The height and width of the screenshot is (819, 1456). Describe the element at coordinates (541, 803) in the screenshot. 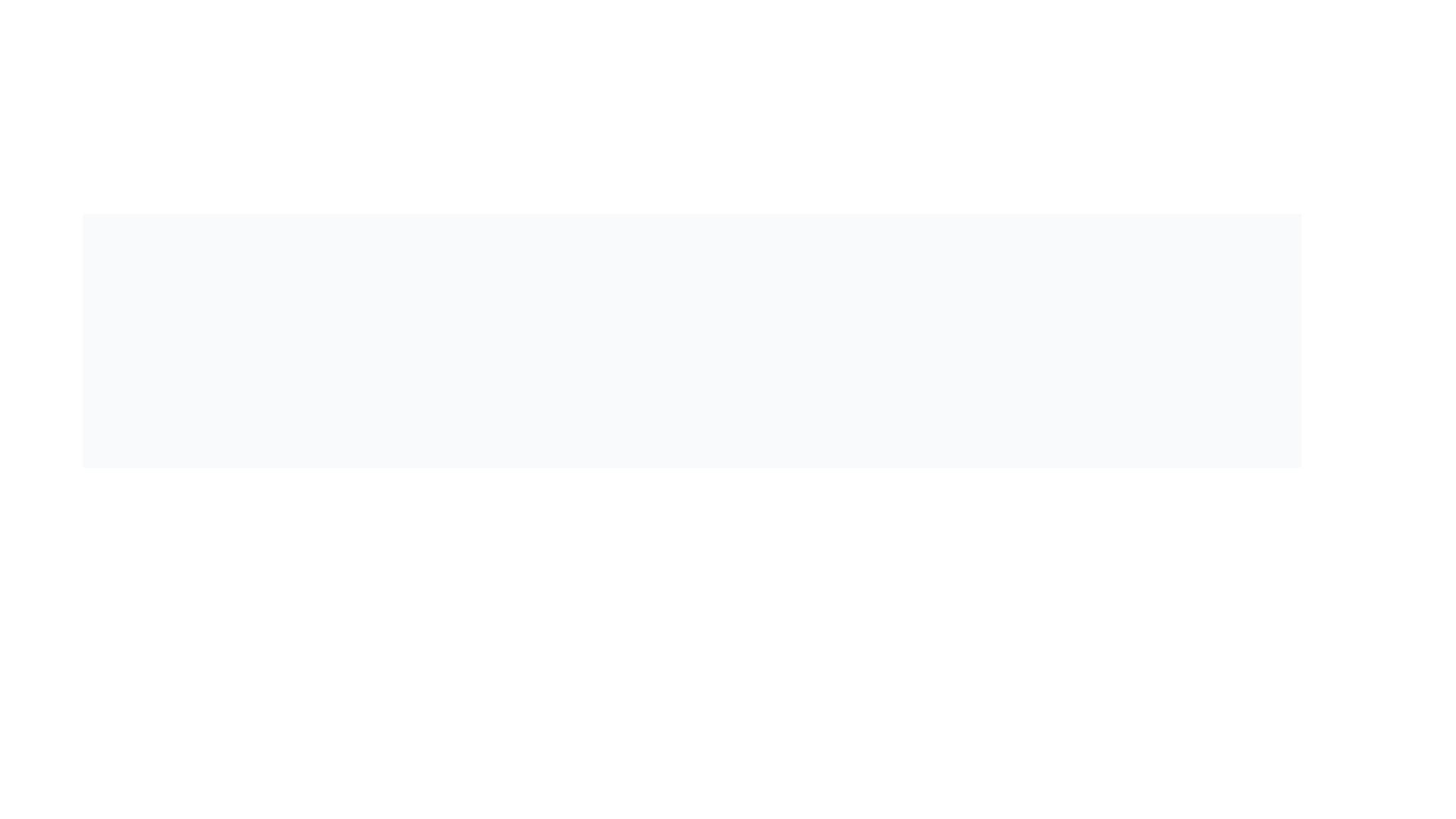

I see `the green circular icon with a checkmark, which indicates a successful action, located to the left of the text 'Task completed successfully.'` at that location.